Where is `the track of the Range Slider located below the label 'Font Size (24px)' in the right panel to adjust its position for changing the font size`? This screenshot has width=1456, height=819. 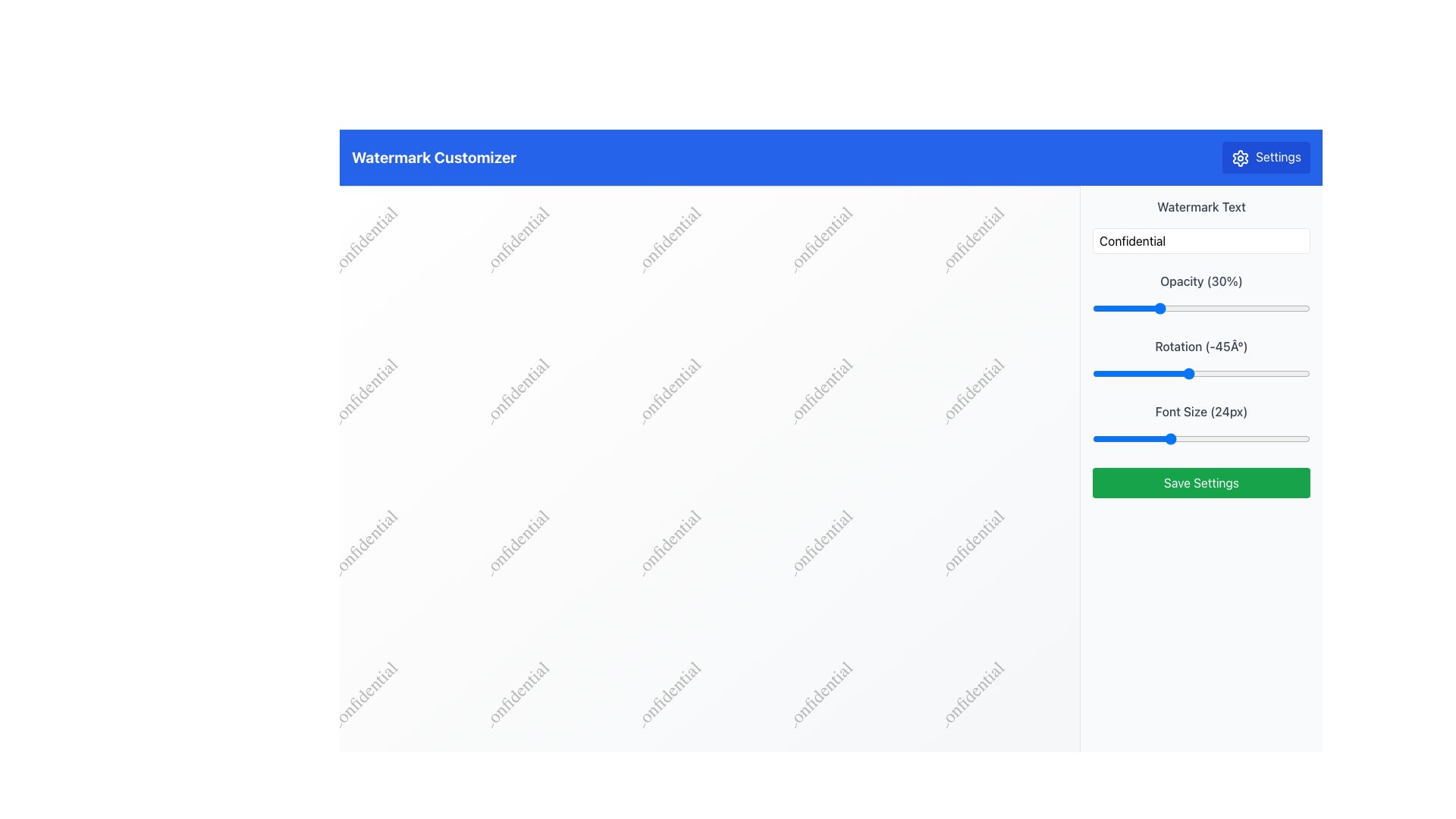
the track of the Range Slider located below the label 'Font Size (24px)' in the right panel to adjust its position for changing the font size is located at coordinates (1200, 438).